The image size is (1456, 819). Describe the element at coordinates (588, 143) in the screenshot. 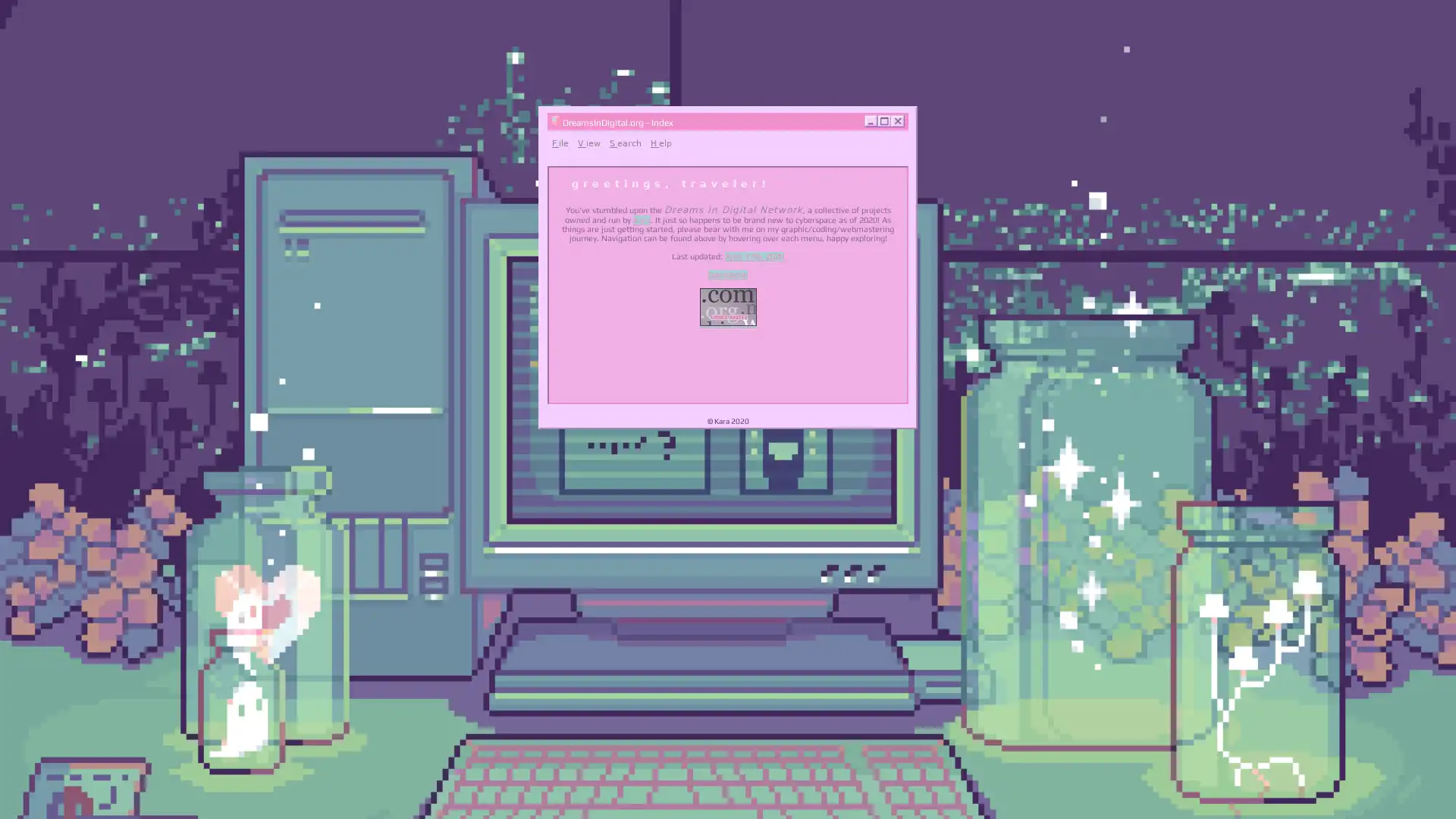

I see `View` at that location.